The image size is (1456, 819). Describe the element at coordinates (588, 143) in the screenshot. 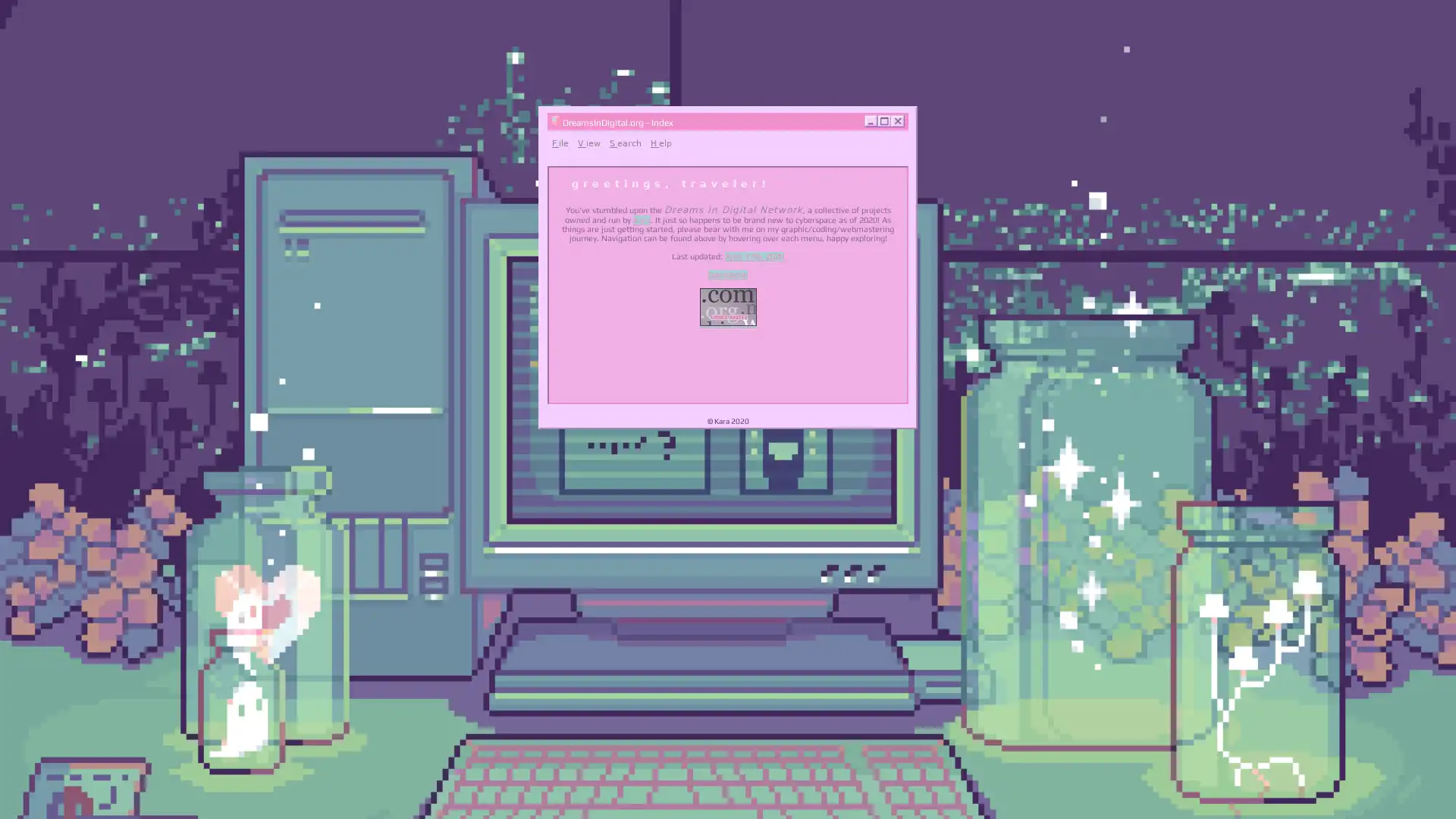

I see `View` at that location.